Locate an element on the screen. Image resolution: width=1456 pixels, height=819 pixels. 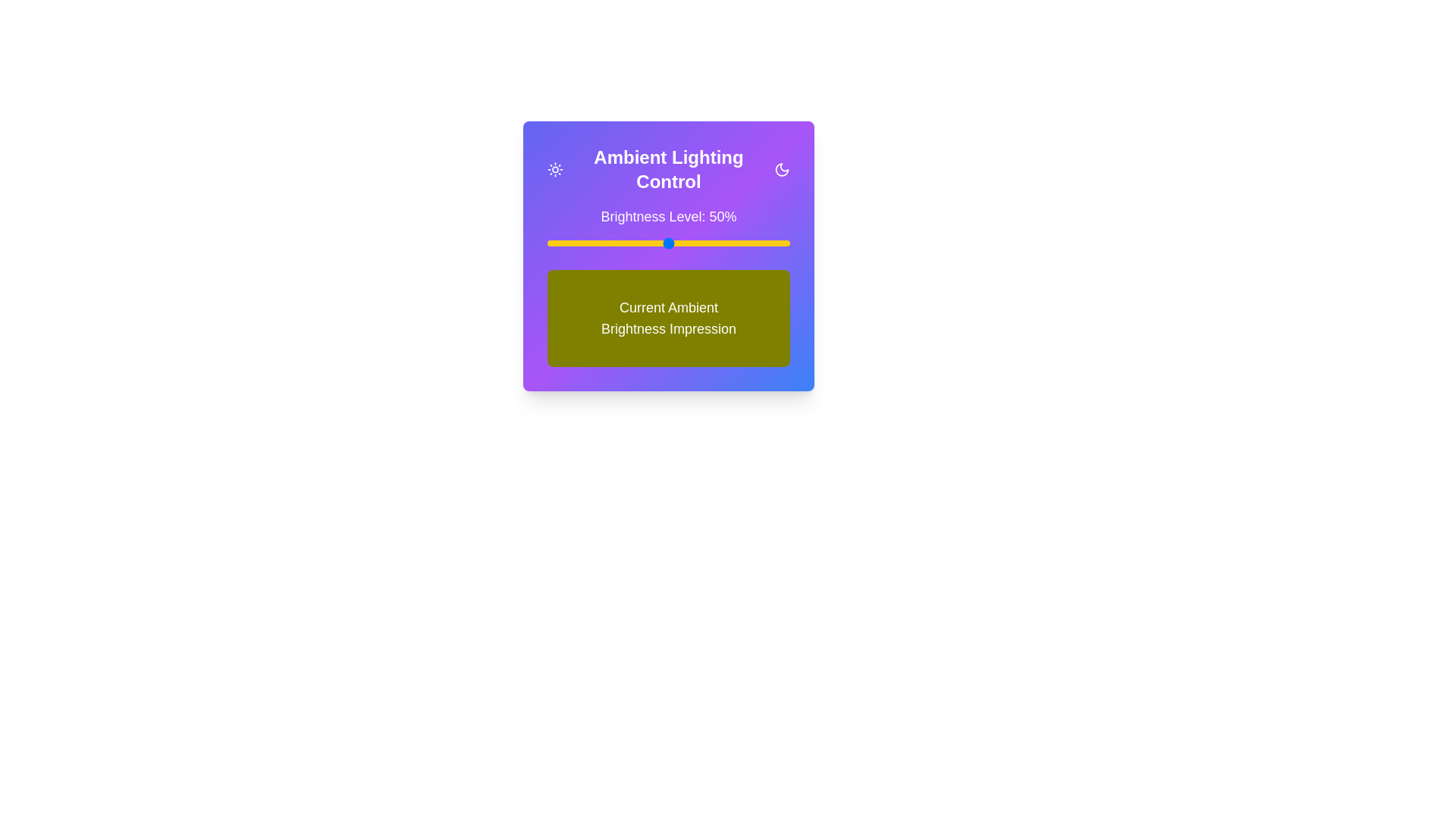
the brightness level to 78% by moving the slider is located at coordinates (736, 242).